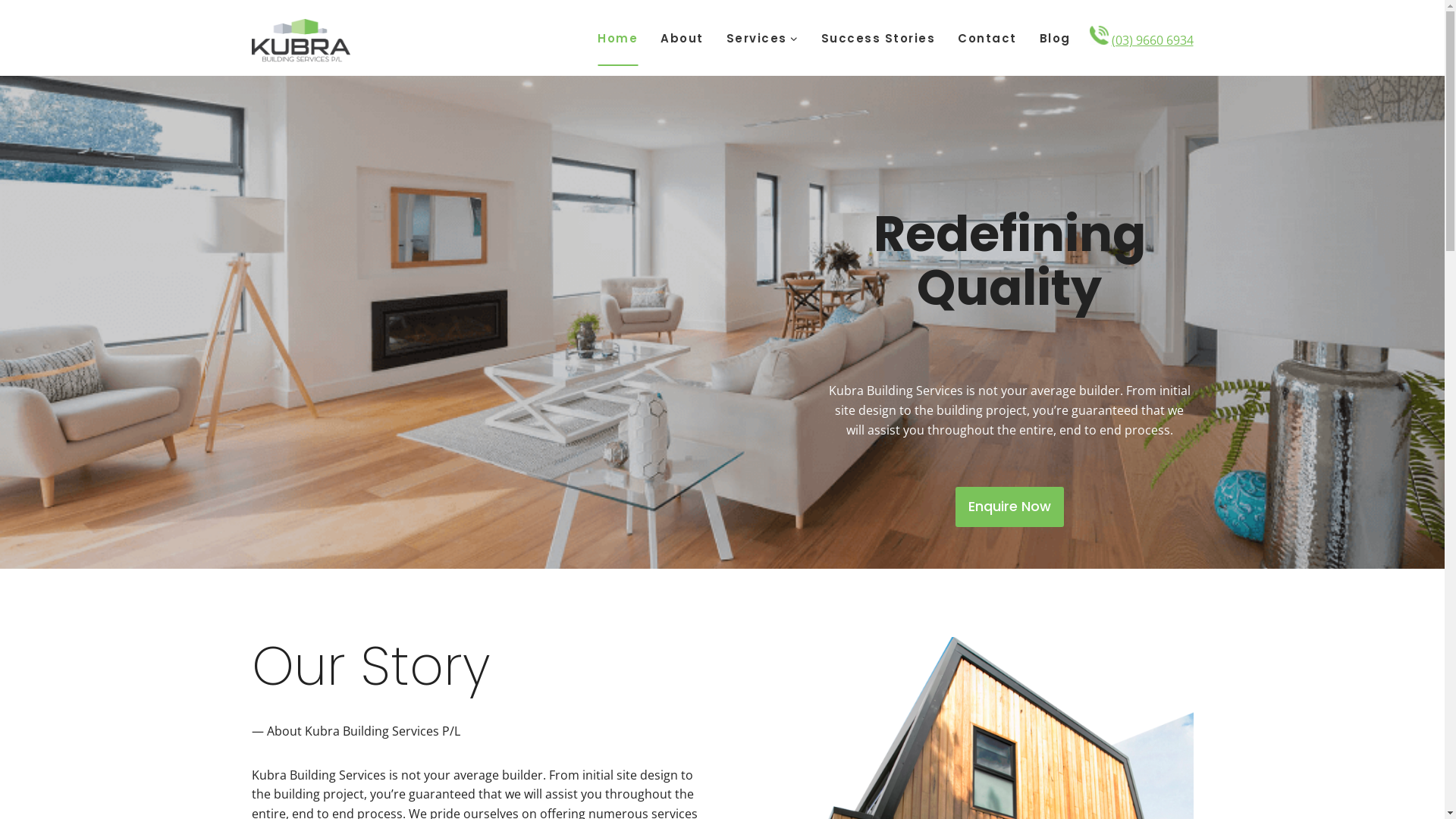  What do you see at coordinates (617, 37) in the screenshot?
I see `'Home'` at bounding box center [617, 37].